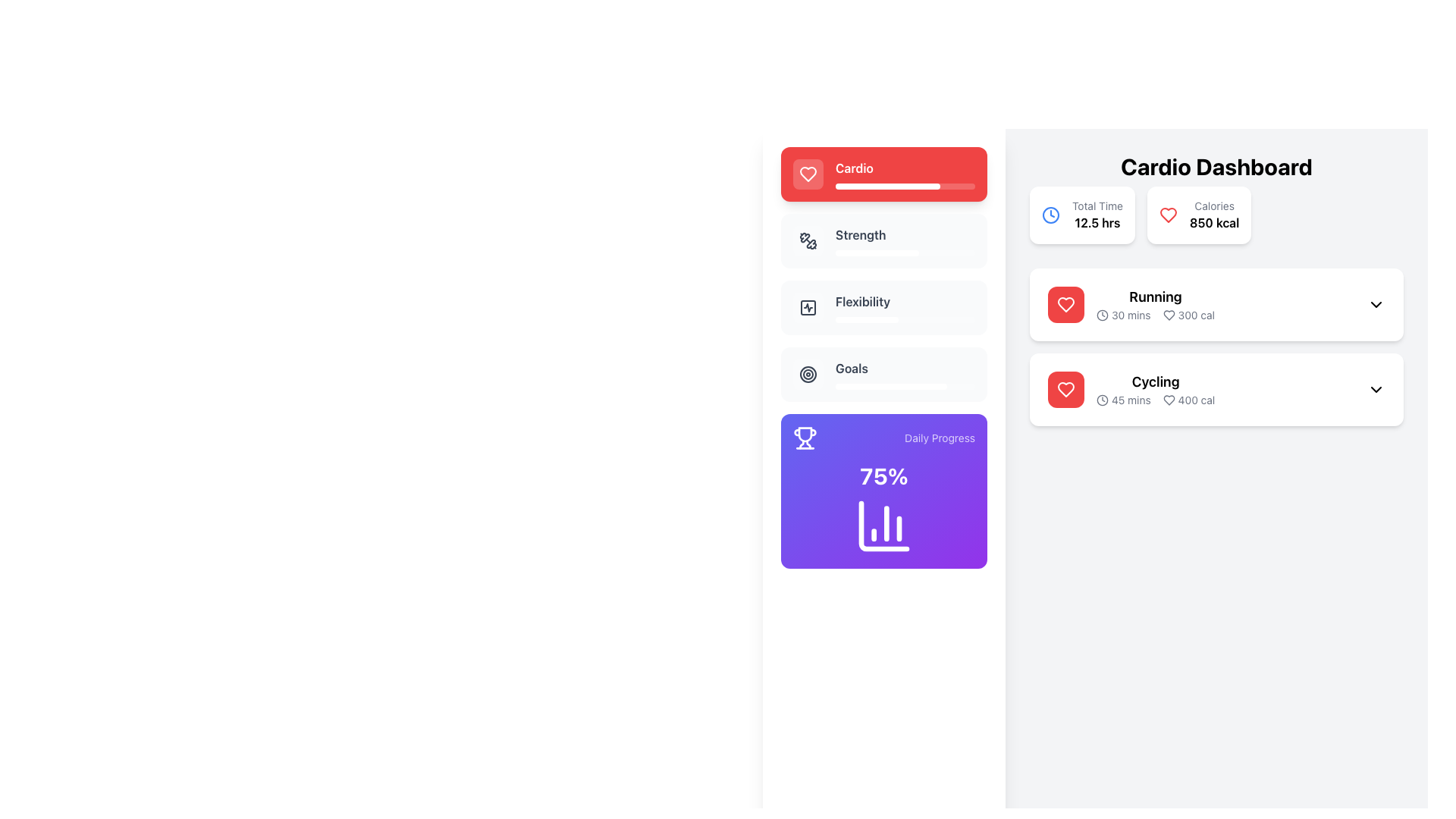 This screenshot has height=819, width=1456. I want to click on details of the Informative card which features a white background, a red heart icon, bold black text 'Running', and additional text '30 mins' and '300 cal'. This card is the first in the 'Cardio Dashboard' section, so click(1216, 304).